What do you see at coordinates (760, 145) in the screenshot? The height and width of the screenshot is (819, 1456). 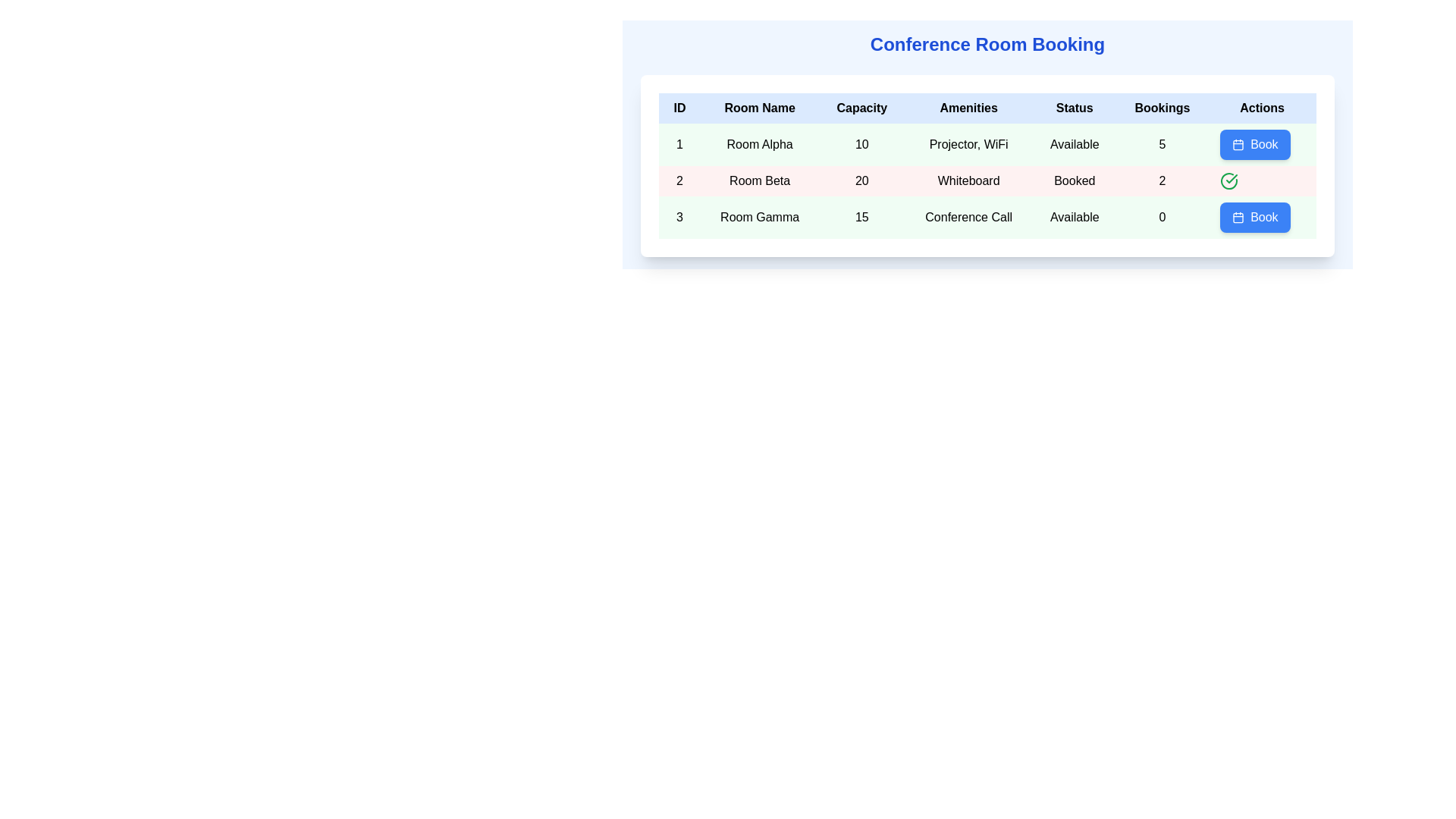 I see `the text label in the first row of the table under the 'Room Name' column, which indicates the name of the room` at bounding box center [760, 145].